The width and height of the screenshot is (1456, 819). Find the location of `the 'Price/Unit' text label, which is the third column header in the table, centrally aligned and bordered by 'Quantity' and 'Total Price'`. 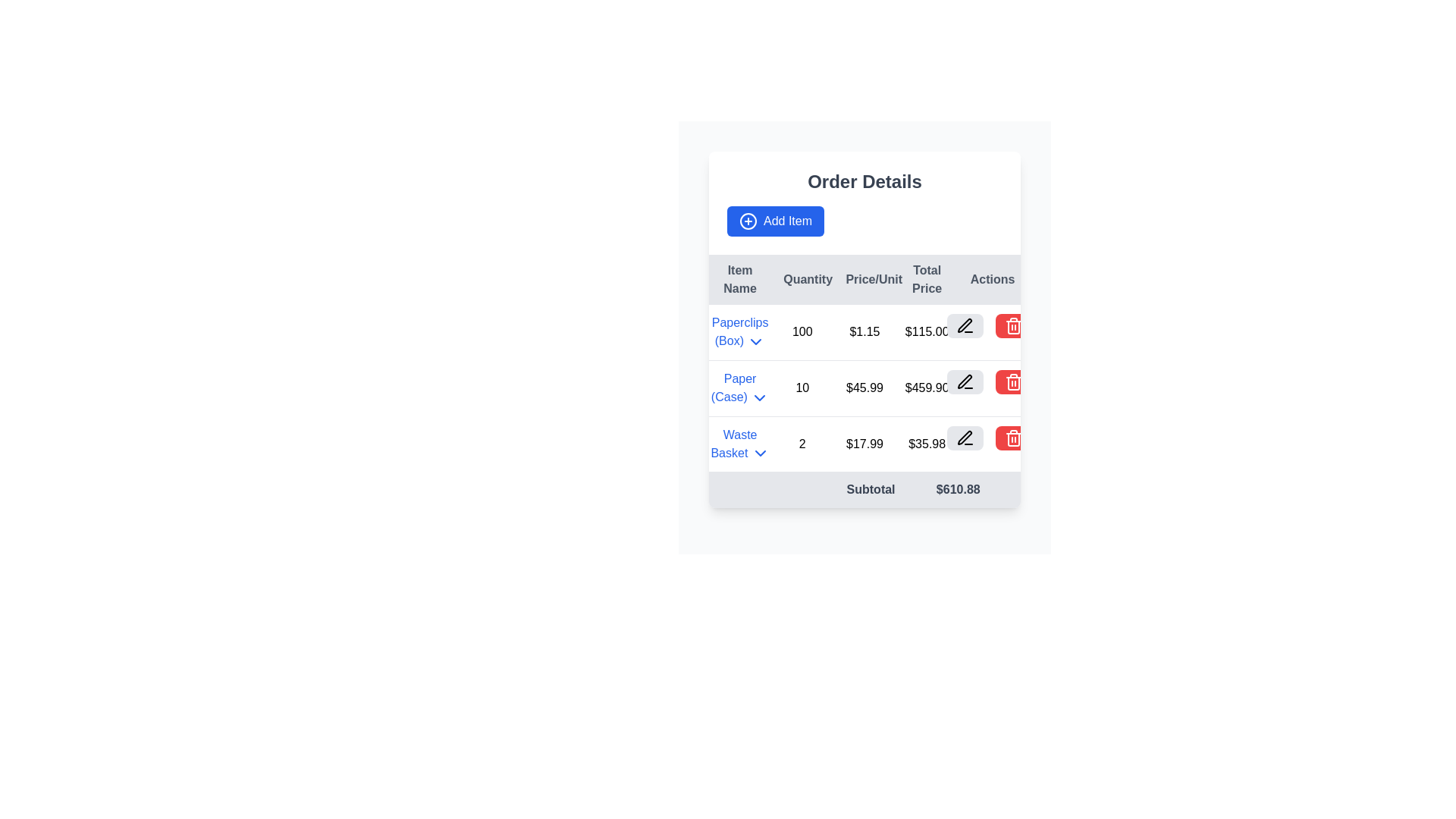

the 'Price/Unit' text label, which is the third column header in the table, centrally aligned and bordered by 'Quantity' and 'Total Price' is located at coordinates (864, 280).